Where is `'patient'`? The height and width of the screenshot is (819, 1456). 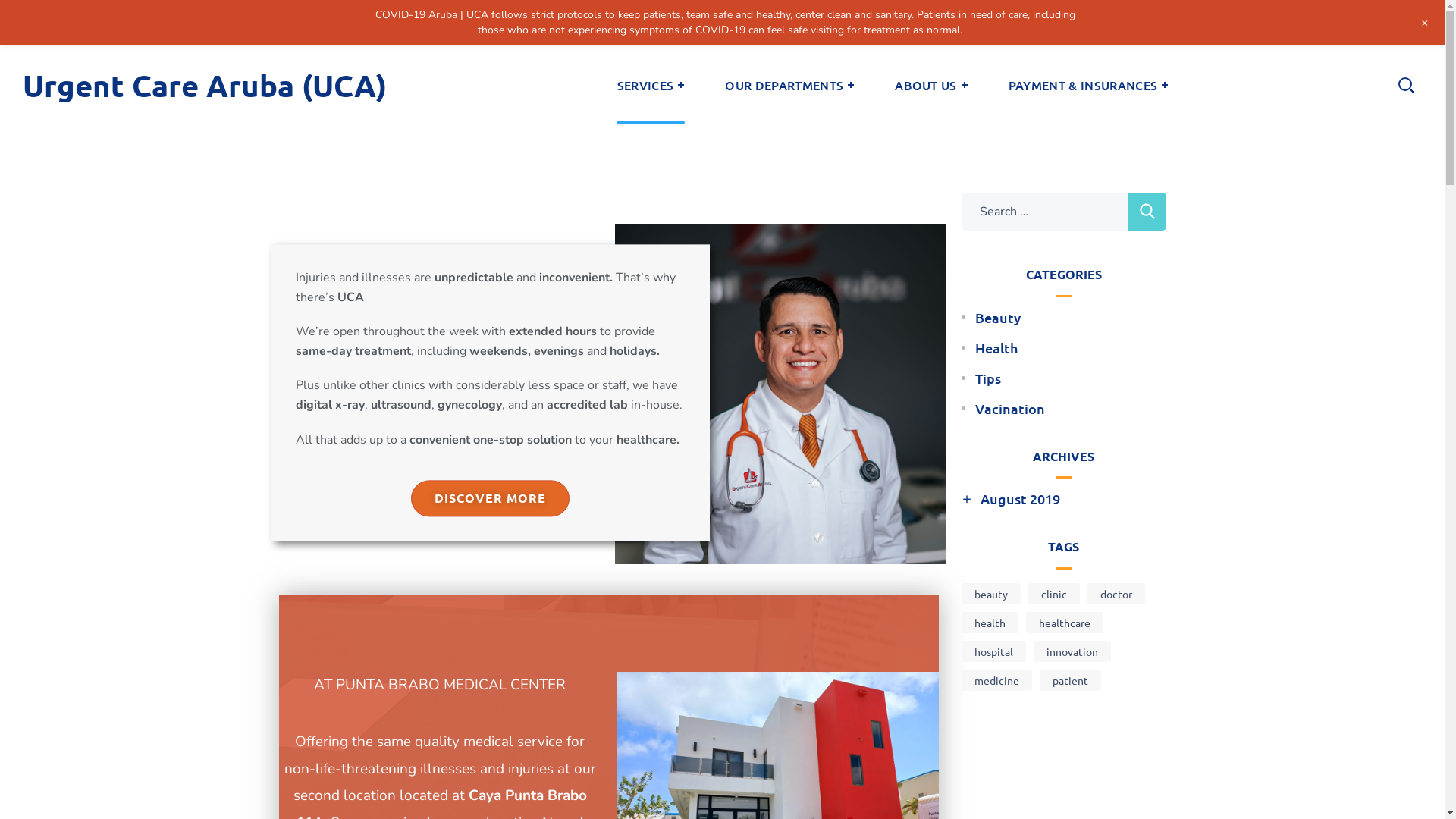 'patient' is located at coordinates (1068, 679).